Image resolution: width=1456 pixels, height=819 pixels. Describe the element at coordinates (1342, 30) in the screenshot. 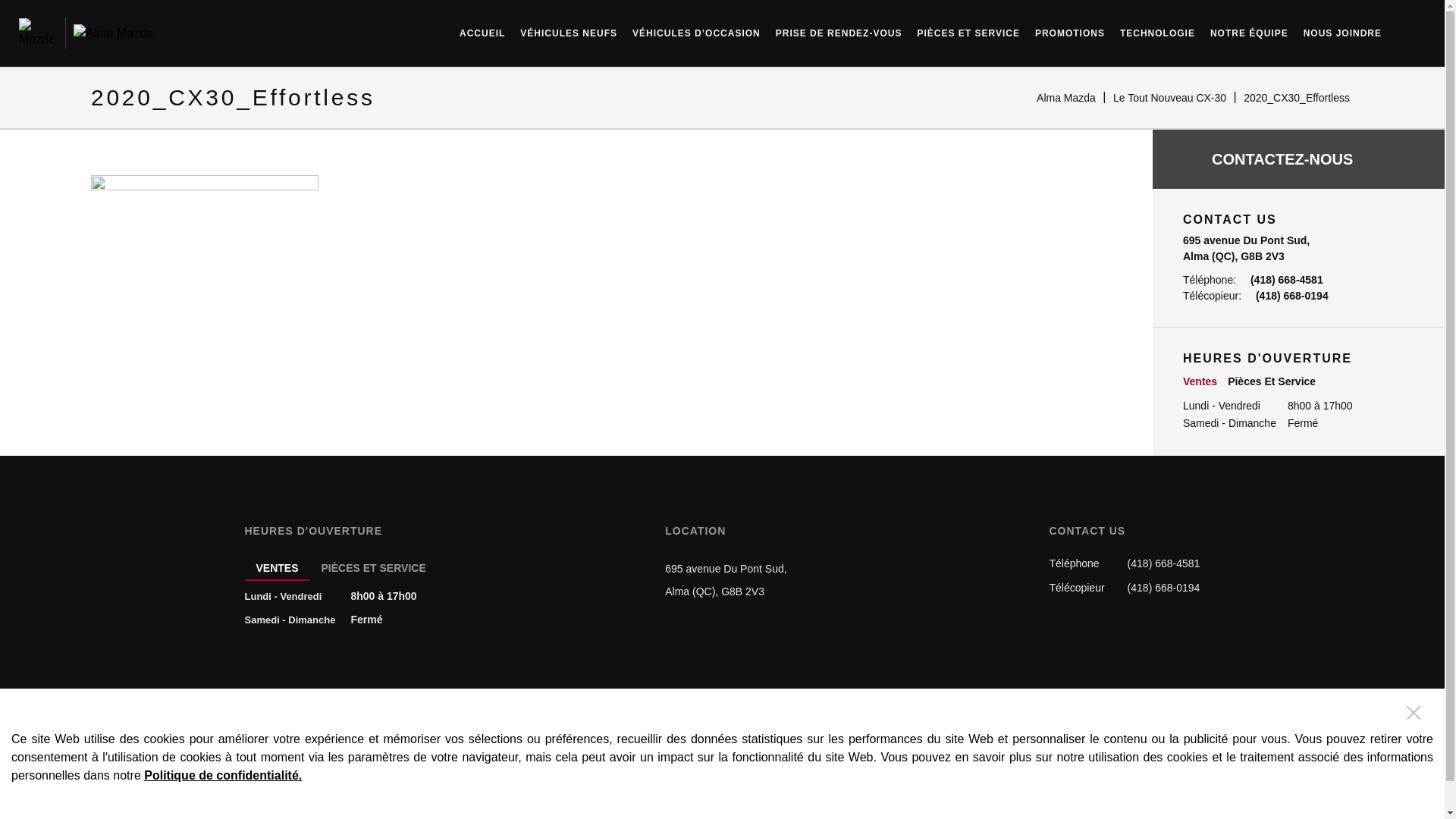

I see `'NOUS JOINDRE'` at that location.